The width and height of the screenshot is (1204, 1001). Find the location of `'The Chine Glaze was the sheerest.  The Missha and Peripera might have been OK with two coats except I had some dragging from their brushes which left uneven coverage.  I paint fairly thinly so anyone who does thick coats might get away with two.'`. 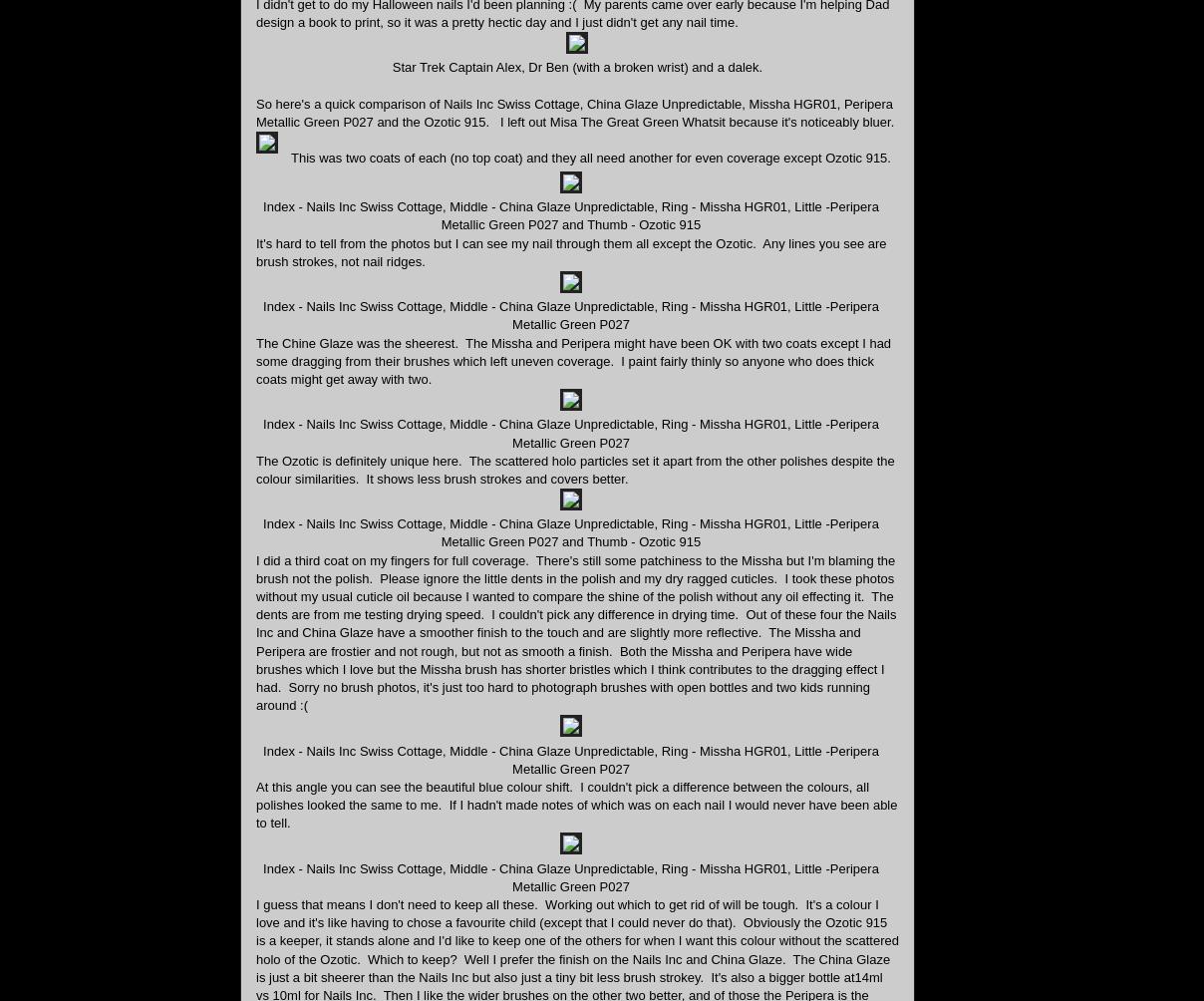

'The Chine Glaze was the sheerest.  The Missha and Peripera might have been OK with two coats except I had some dragging from their brushes which left uneven coverage.  I paint fairly thinly so anyone who does thick coats might get away with two.' is located at coordinates (573, 360).